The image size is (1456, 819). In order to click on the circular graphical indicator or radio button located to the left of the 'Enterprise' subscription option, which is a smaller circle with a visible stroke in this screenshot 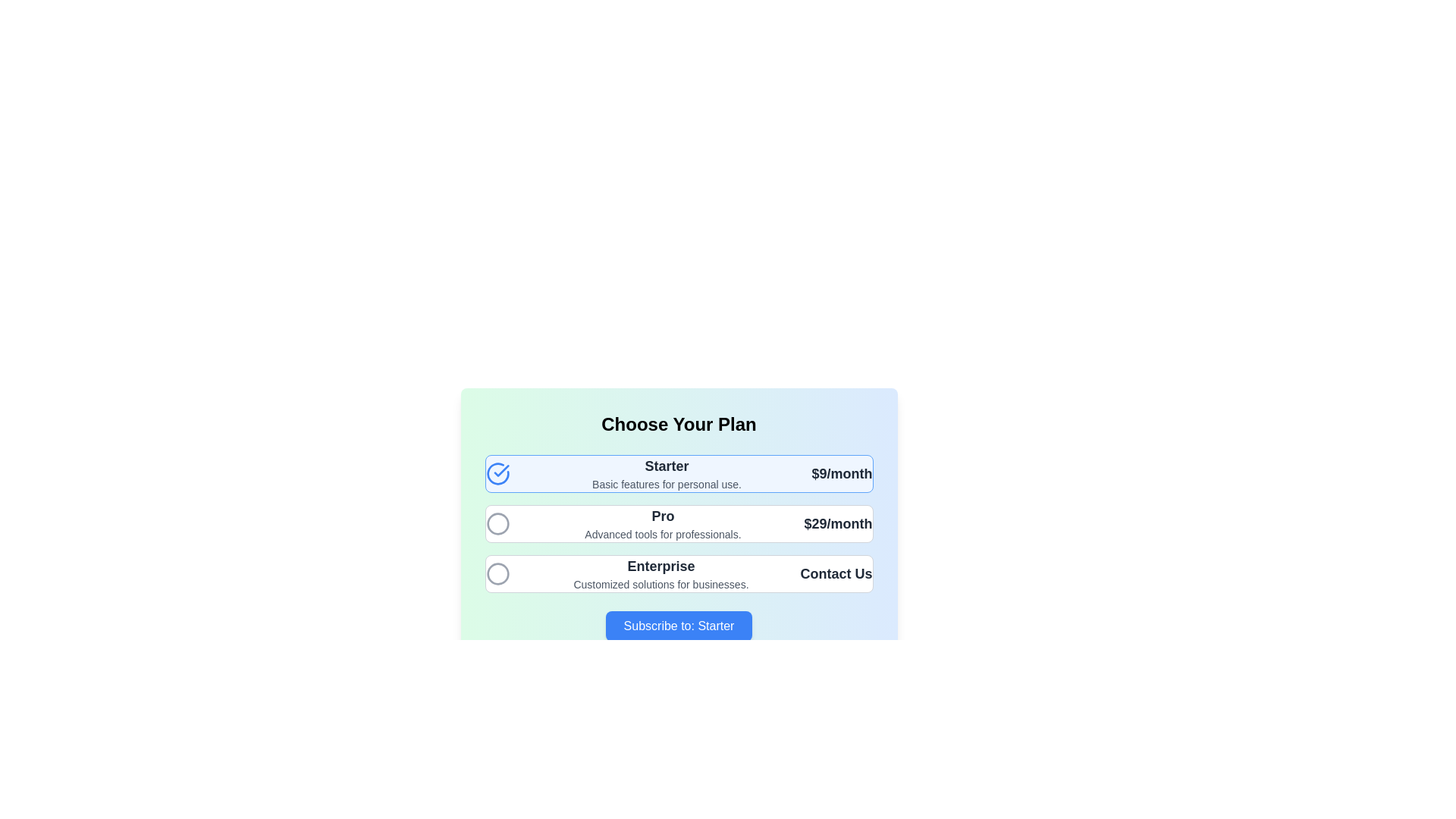, I will do `click(497, 573)`.